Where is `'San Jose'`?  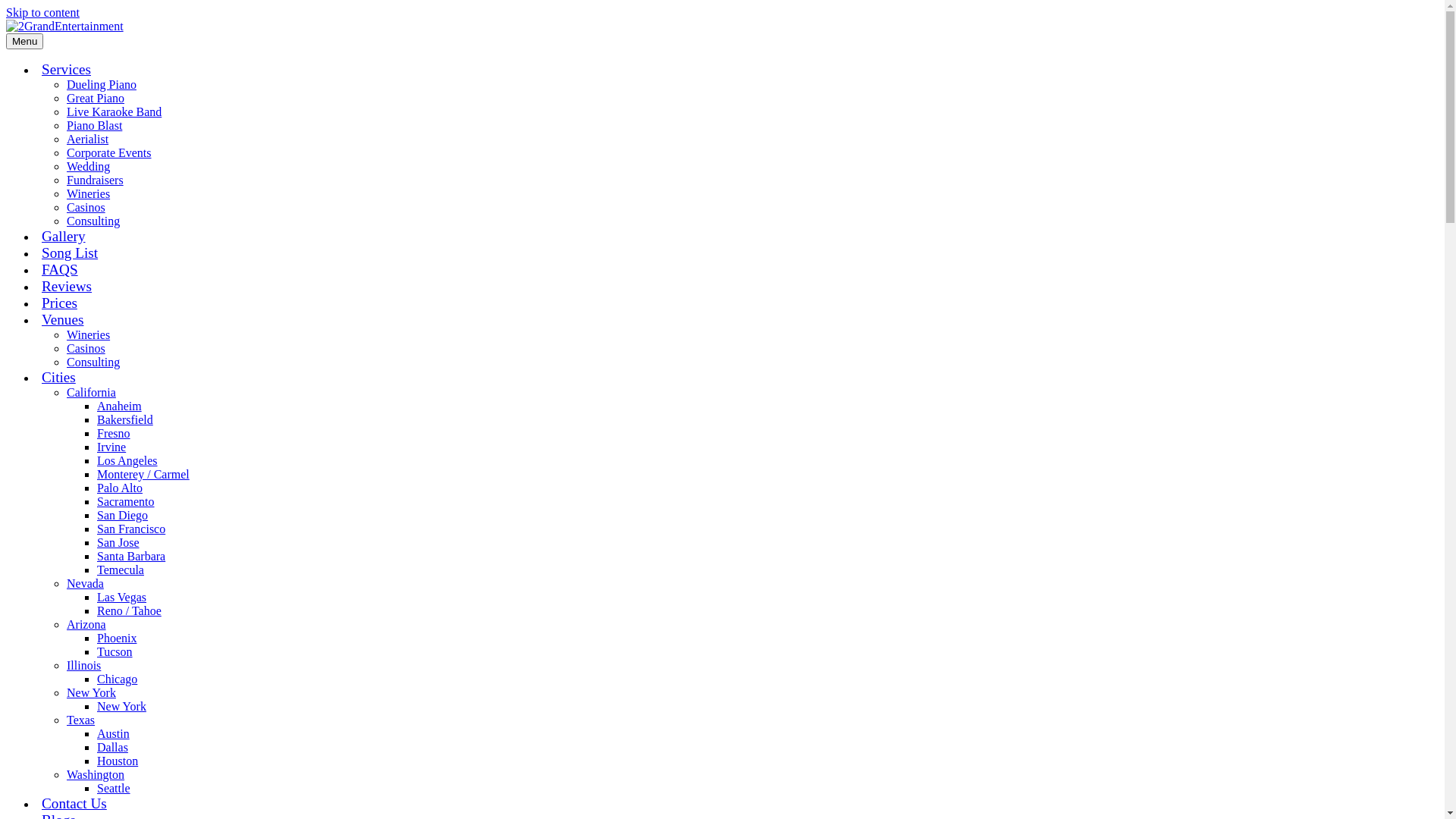
'San Jose' is located at coordinates (118, 541).